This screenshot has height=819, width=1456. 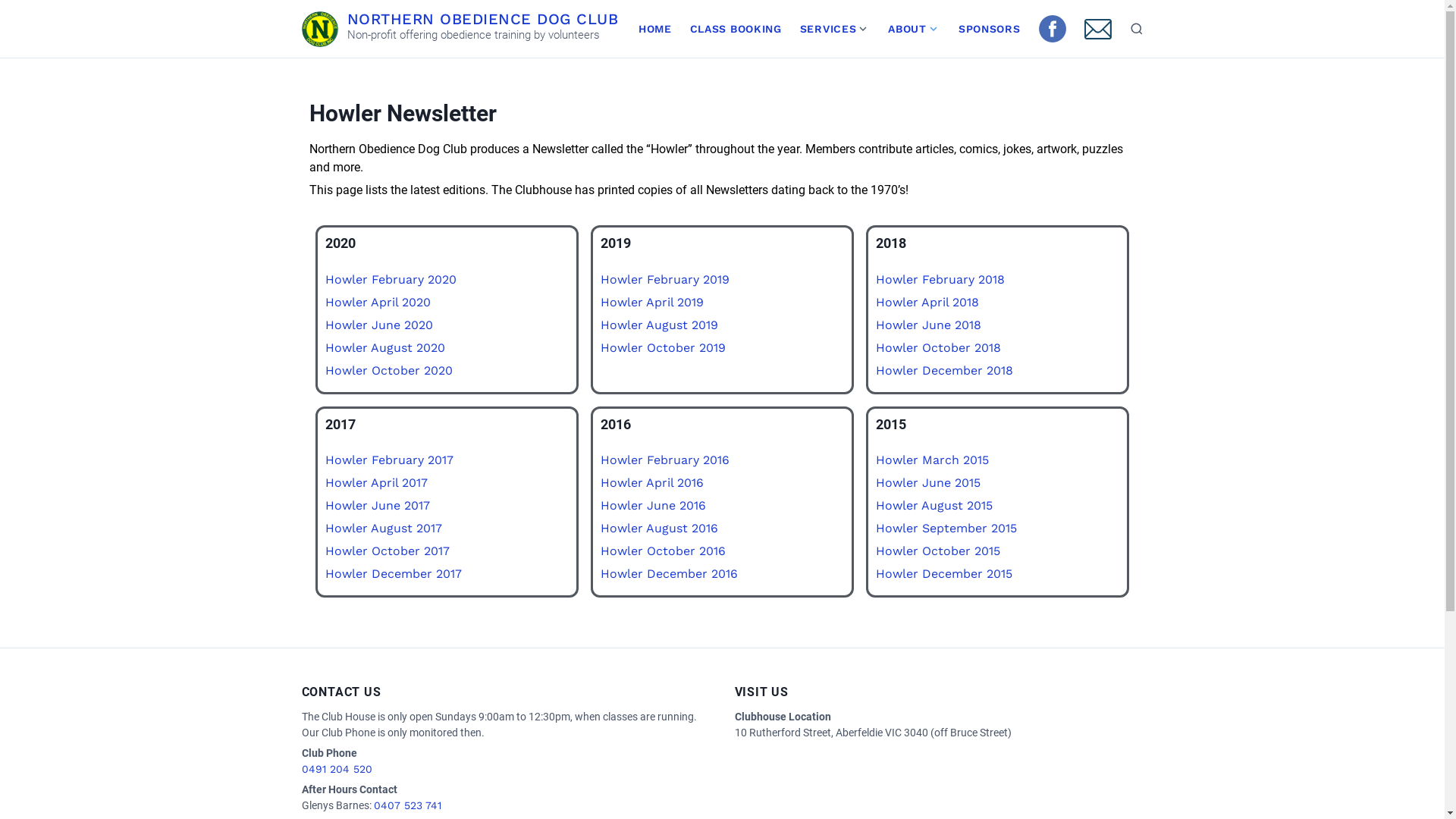 What do you see at coordinates (937, 347) in the screenshot?
I see `'Howler October 2018'` at bounding box center [937, 347].